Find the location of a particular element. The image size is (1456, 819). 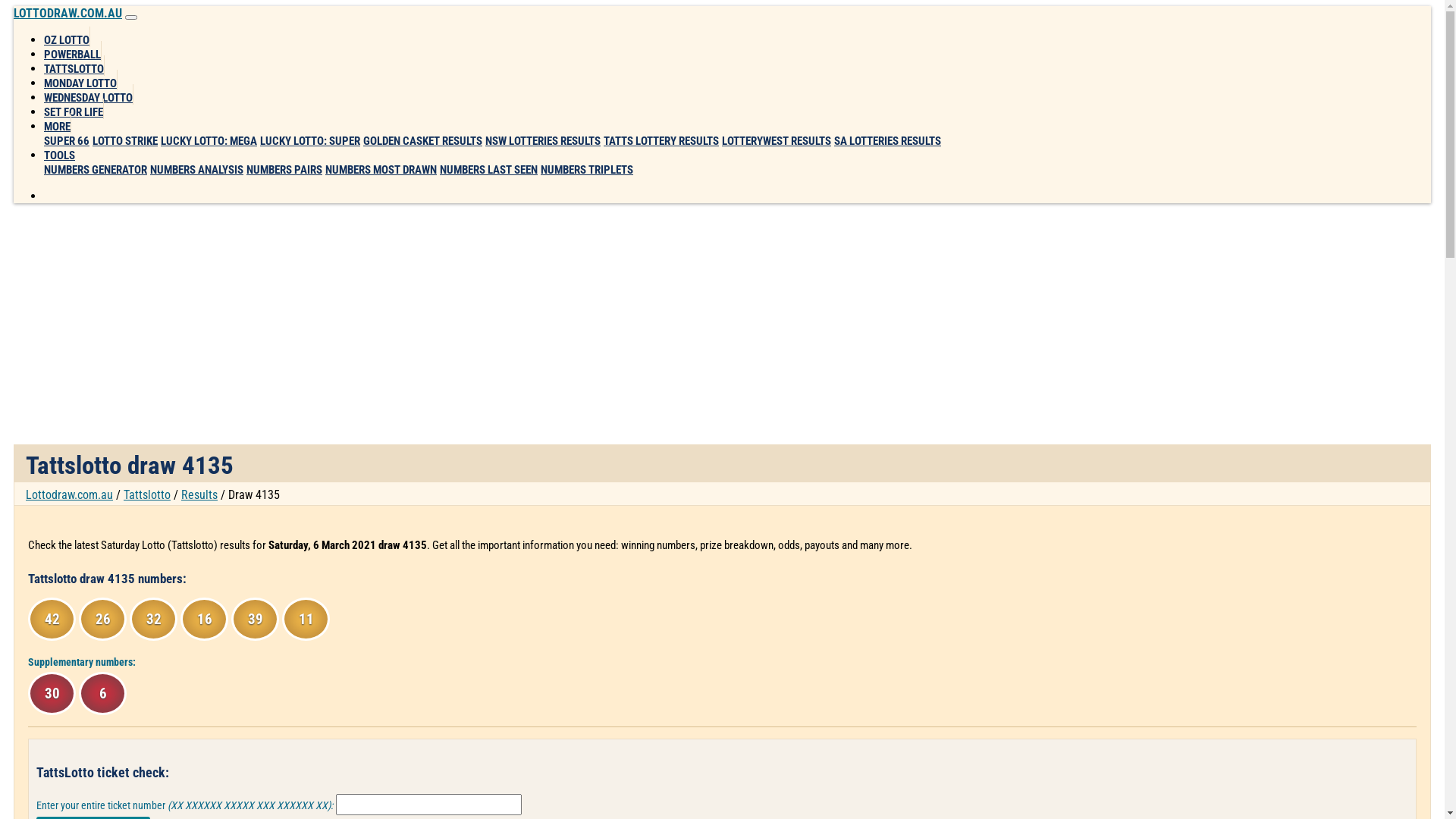

'SUPER 66' is located at coordinates (43, 140).